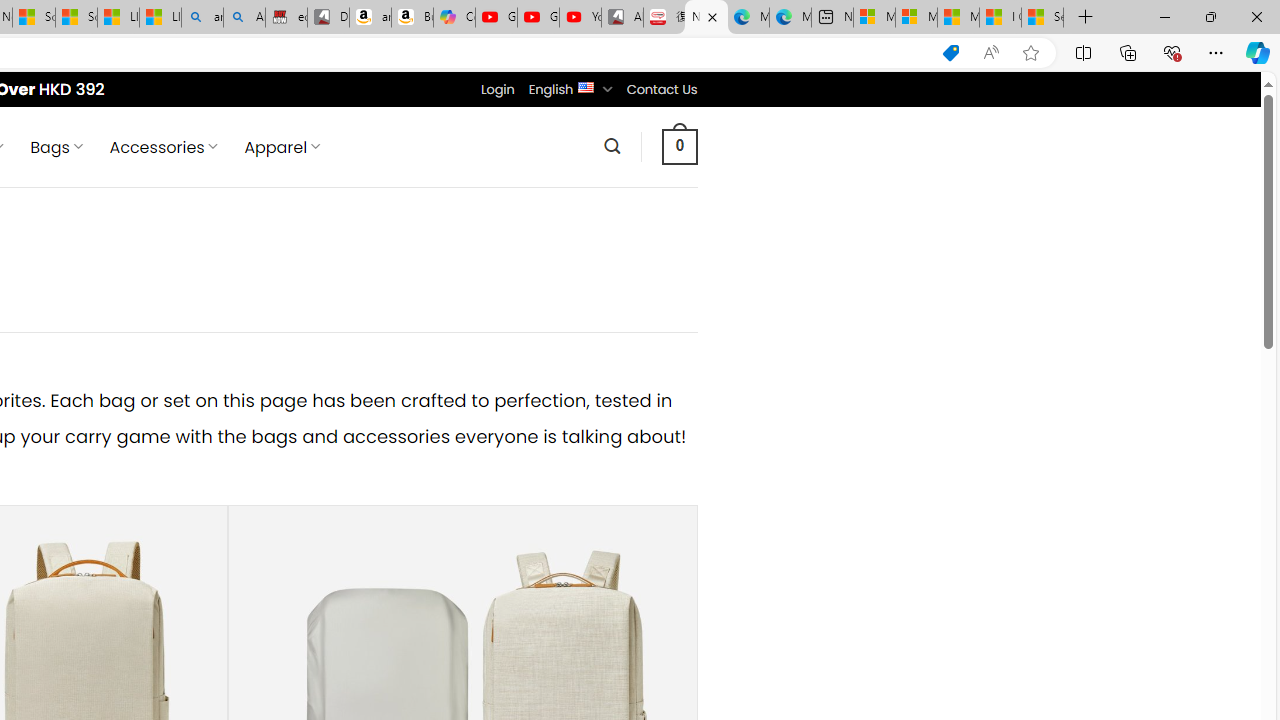 The width and height of the screenshot is (1280, 720). What do you see at coordinates (661, 88) in the screenshot?
I see `'Contact Us'` at bounding box center [661, 88].